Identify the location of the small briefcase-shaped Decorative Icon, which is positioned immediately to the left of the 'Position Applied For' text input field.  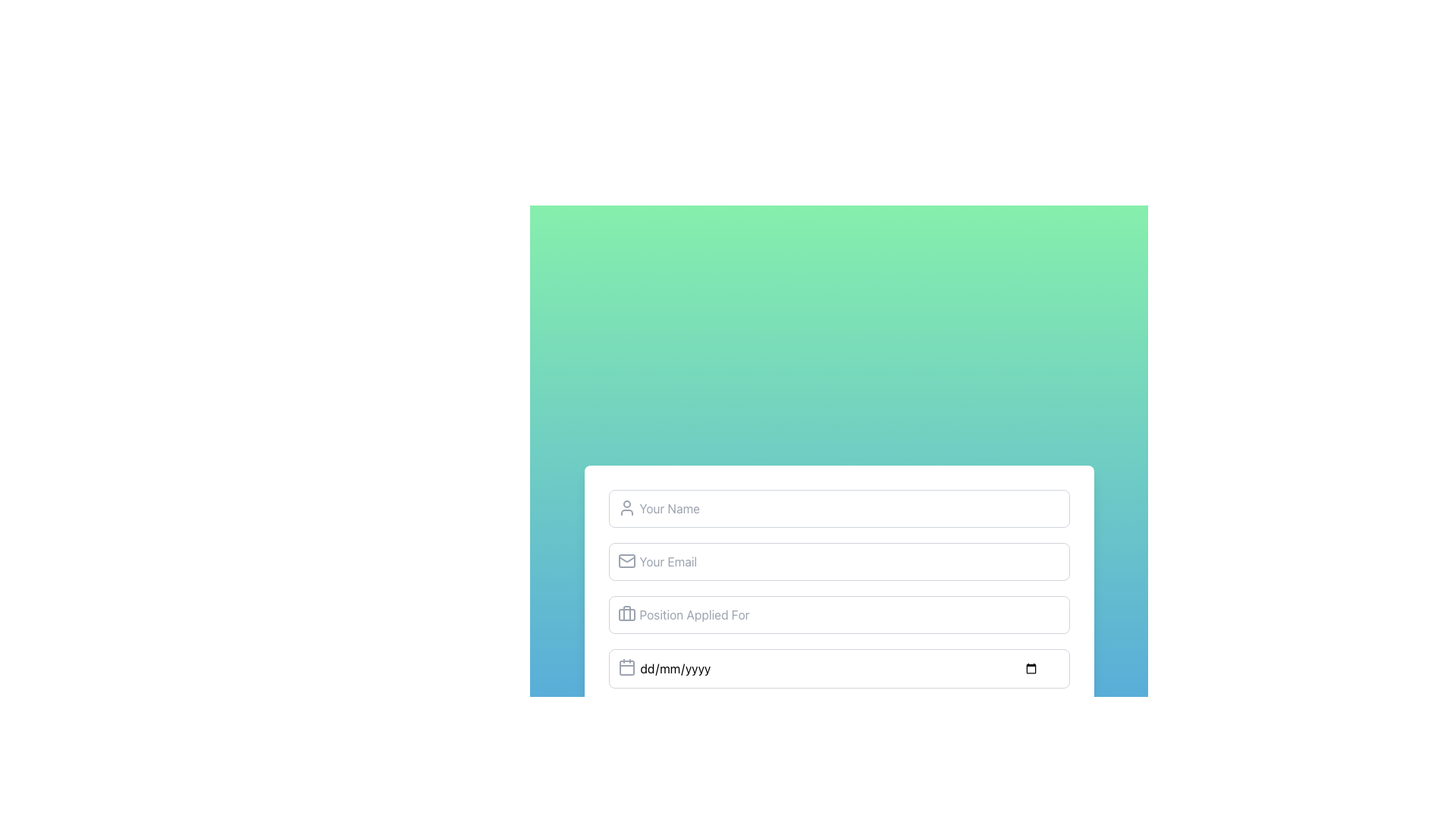
(626, 614).